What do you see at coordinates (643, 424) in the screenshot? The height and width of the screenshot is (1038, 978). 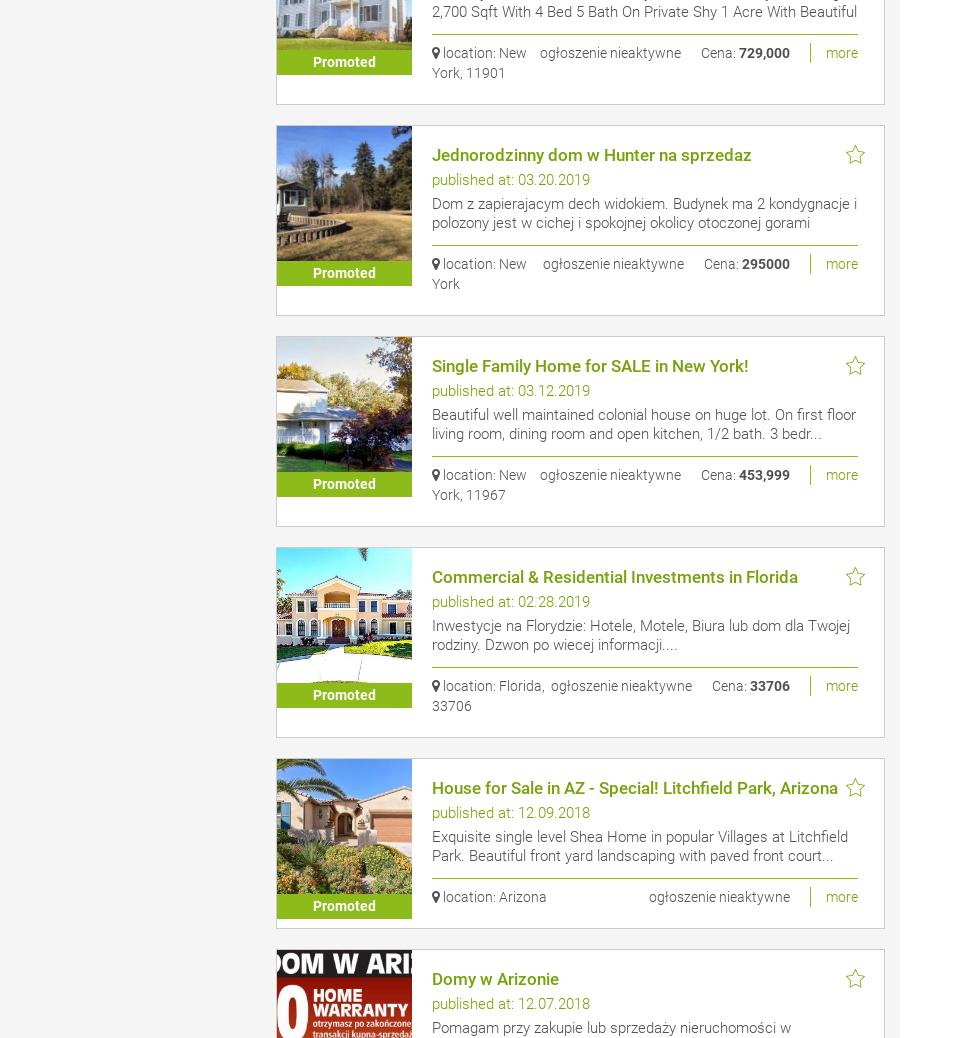 I see `'Beautiful well maintained colonial house on huge lot. On first floor living room, dining room and open kitchen, 1/2 bath. 3 bedr...'` at bounding box center [643, 424].